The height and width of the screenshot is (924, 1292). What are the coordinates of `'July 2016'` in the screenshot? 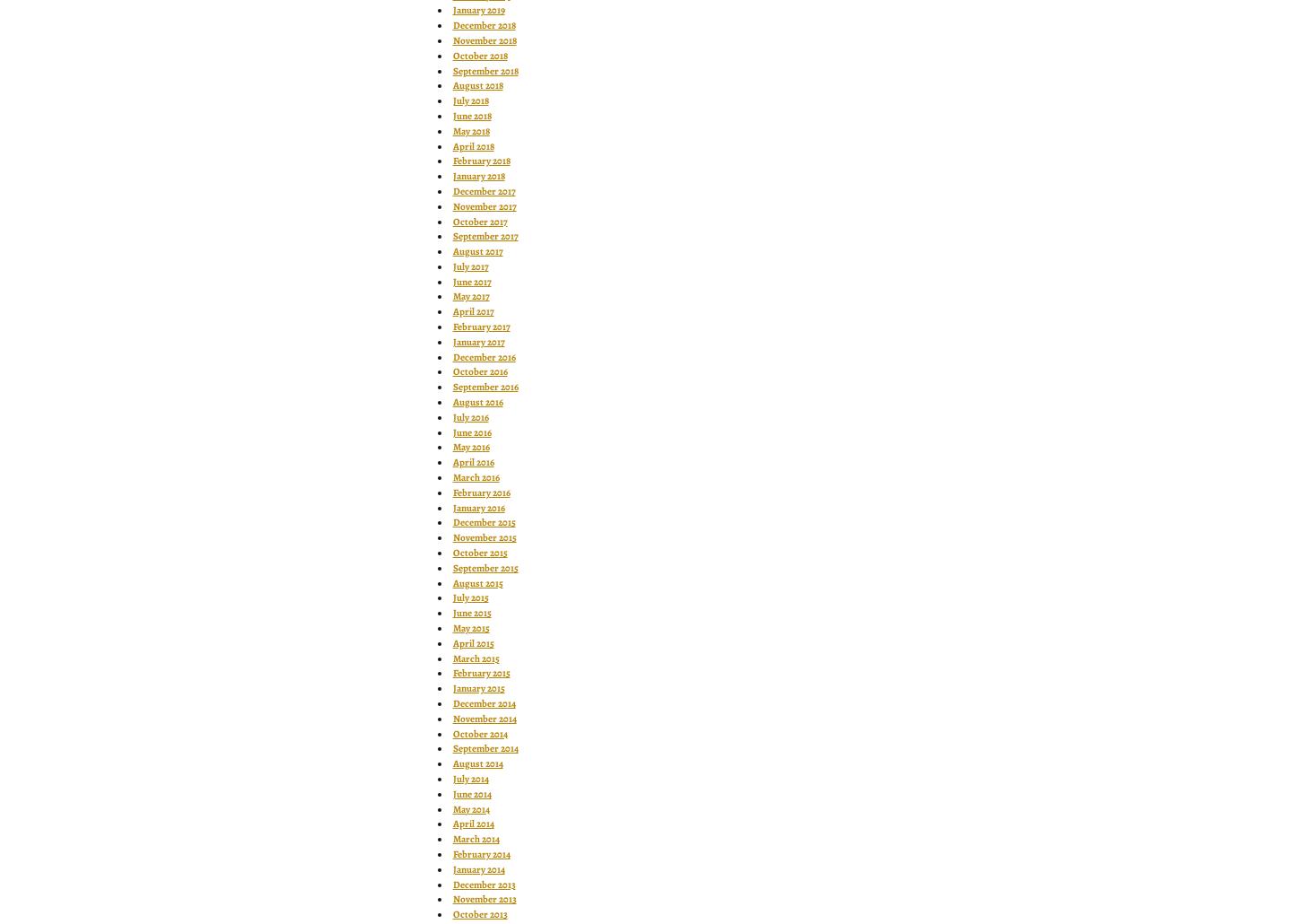 It's located at (469, 415).